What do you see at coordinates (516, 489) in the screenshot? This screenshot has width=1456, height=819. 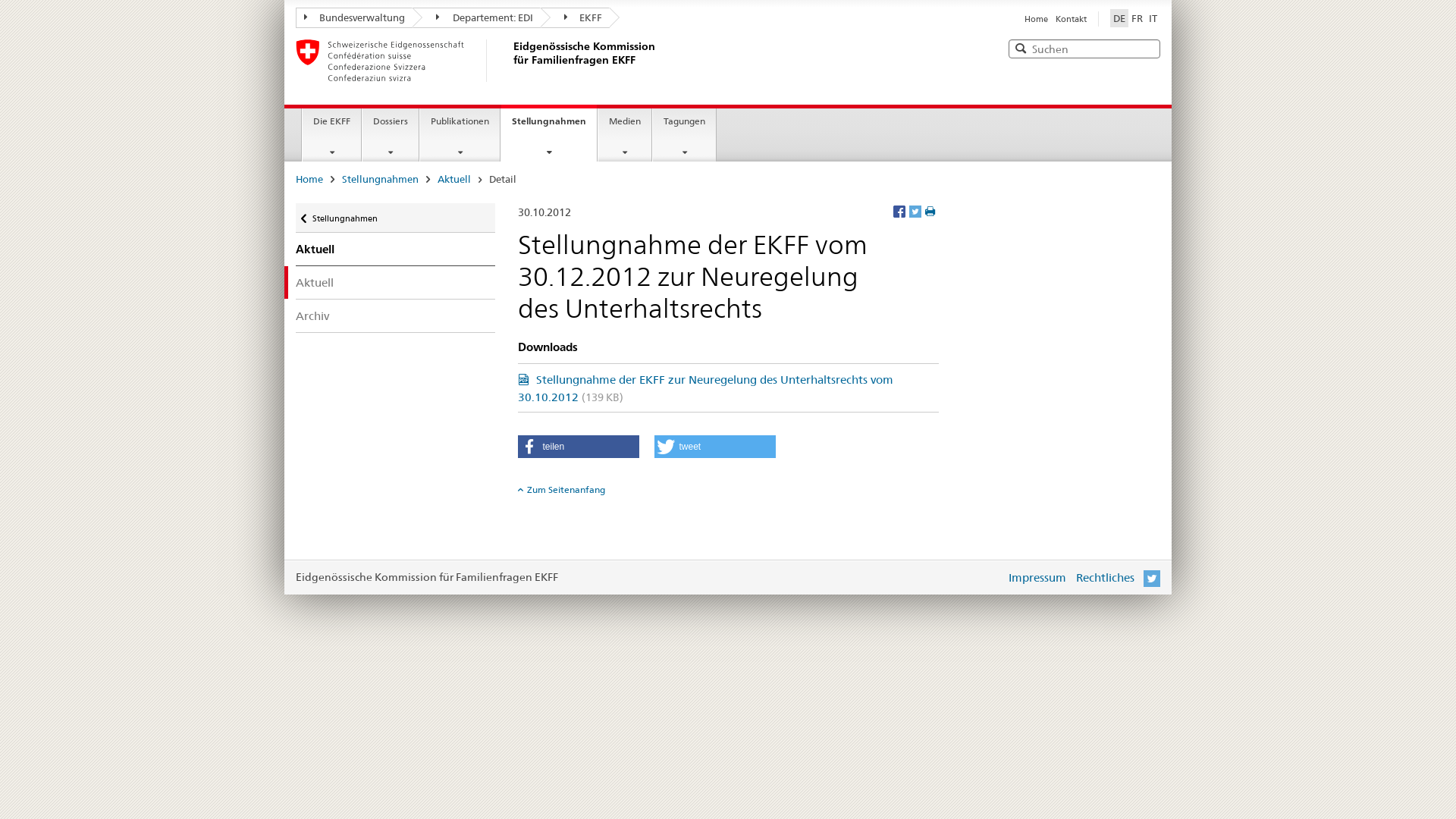 I see `'Zum Seitenanfang'` at bounding box center [516, 489].